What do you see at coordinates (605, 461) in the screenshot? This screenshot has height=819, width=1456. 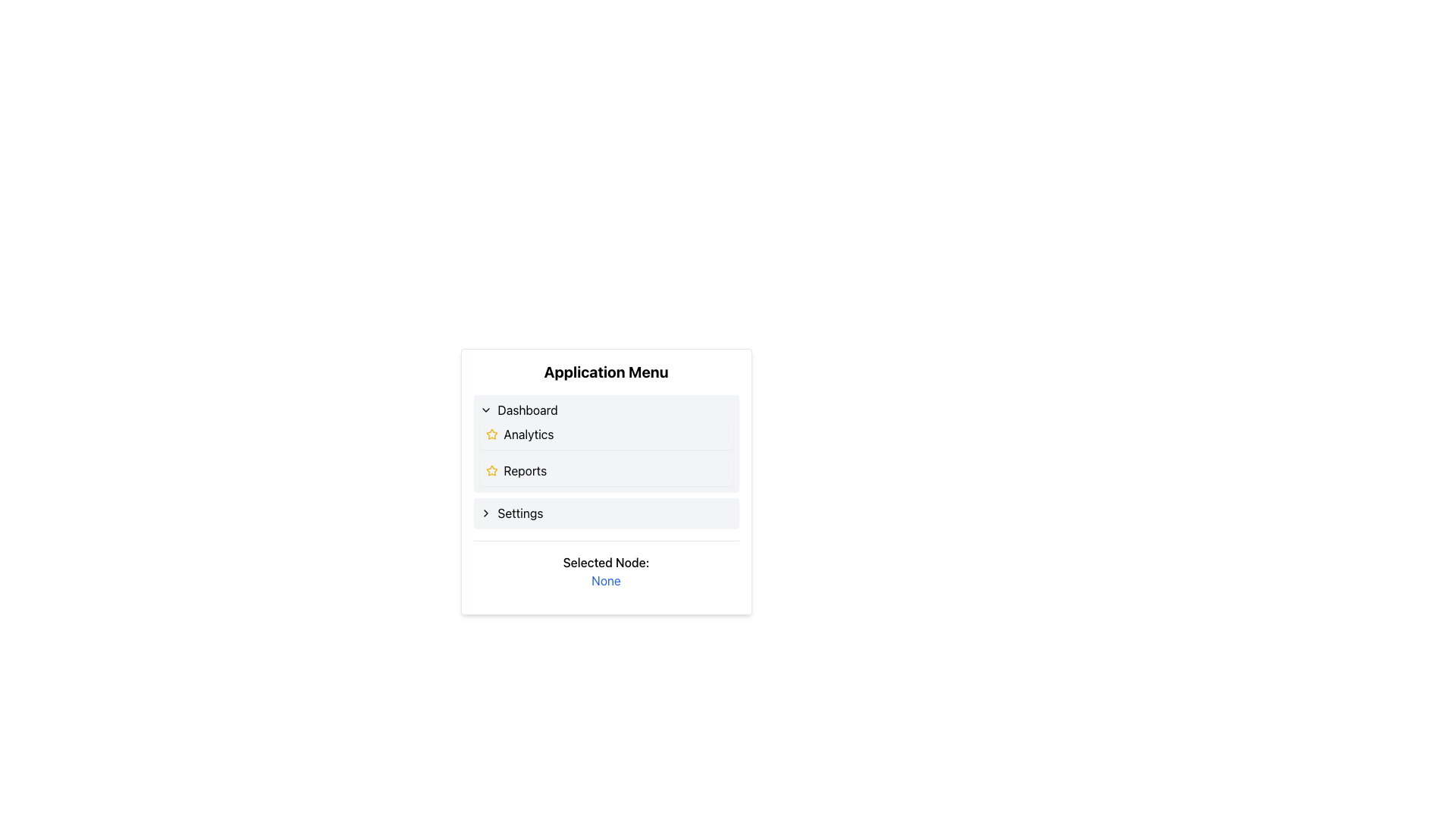 I see `the 'Reports' menu item, which is the third option in the 'Application Menu', by clicking on it` at bounding box center [605, 461].